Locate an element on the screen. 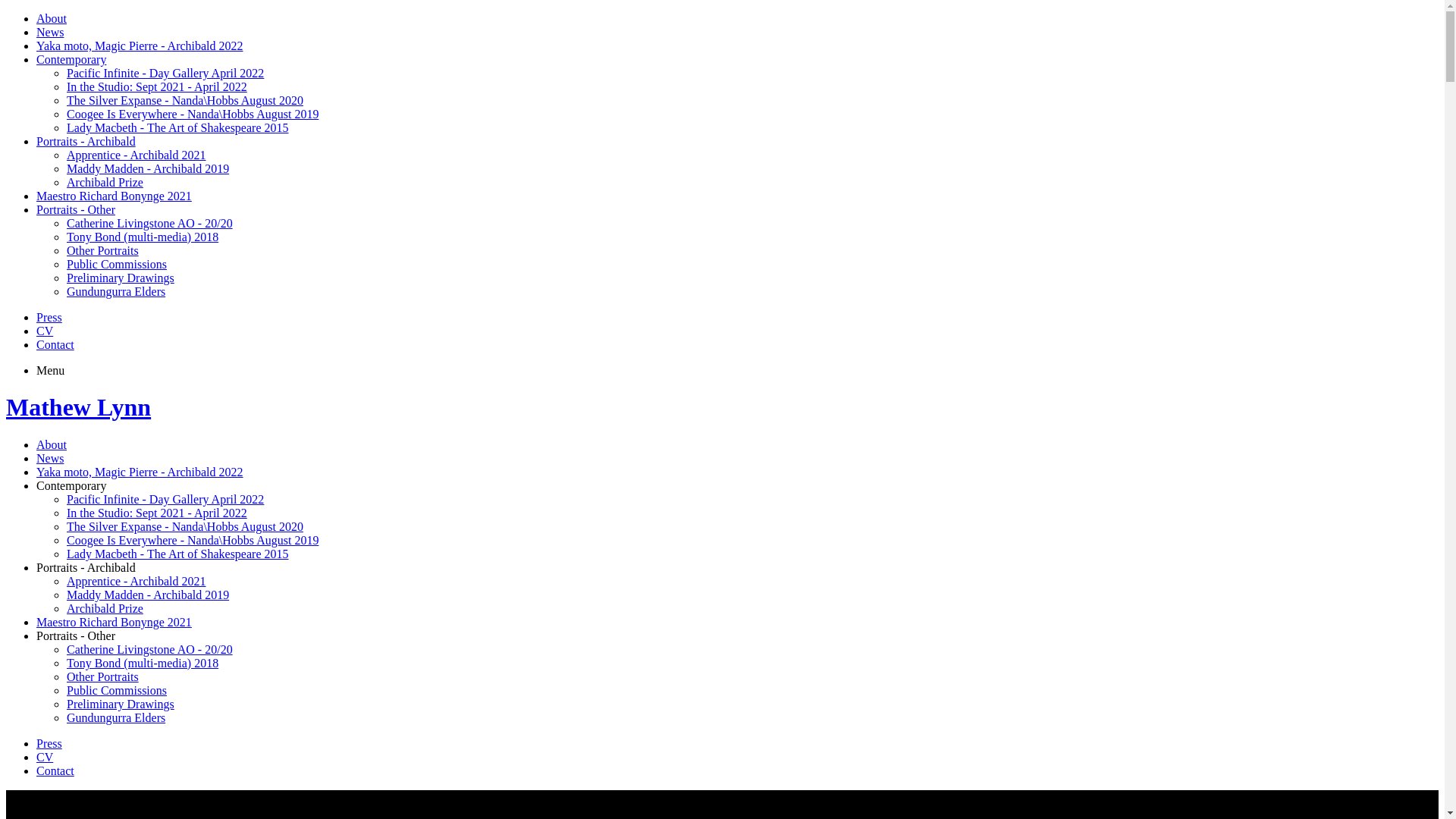 This screenshot has width=1456, height=819. 'Preliminary Drawings' is located at coordinates (119, 704).